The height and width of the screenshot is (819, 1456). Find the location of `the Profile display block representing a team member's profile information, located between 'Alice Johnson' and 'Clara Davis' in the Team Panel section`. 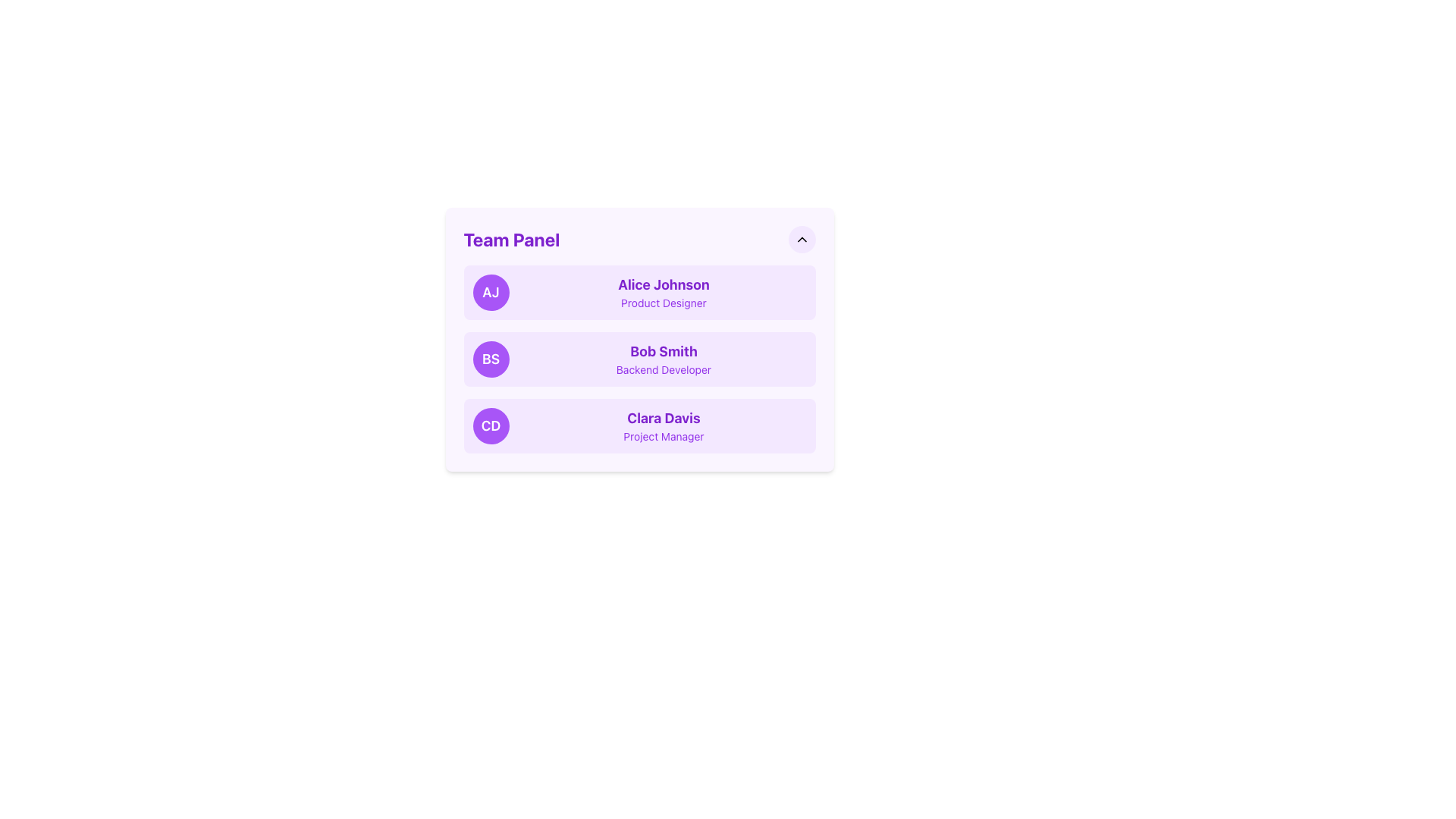

the Profile display block representing a team member's profile information, located between 'Alice Johnson' and 'Clara Davis' in the Team Panel section is located at coordinates (664, 359).